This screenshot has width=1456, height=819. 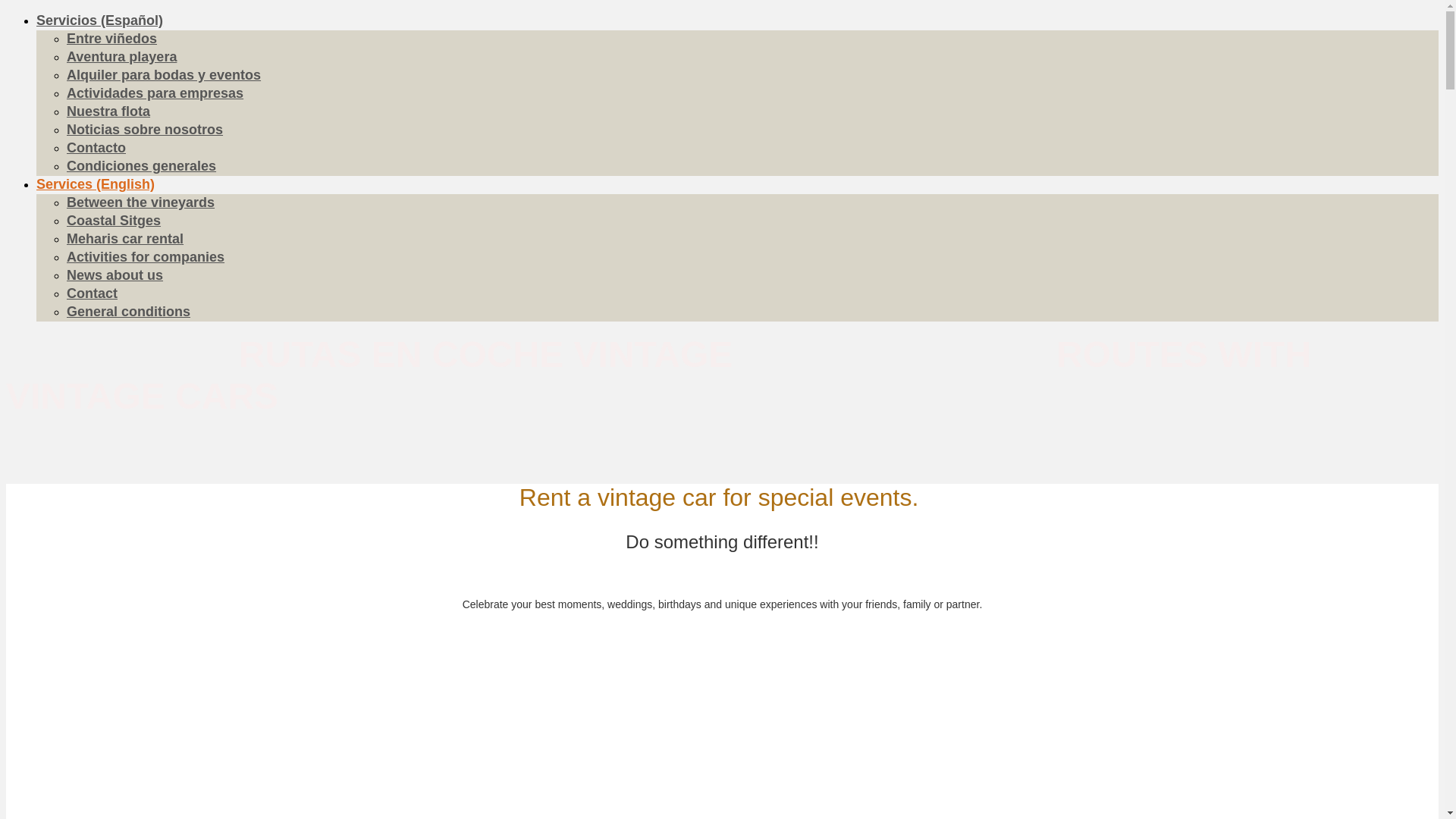 I want to click on 'Activities for companies', so click(x=146, y=256).